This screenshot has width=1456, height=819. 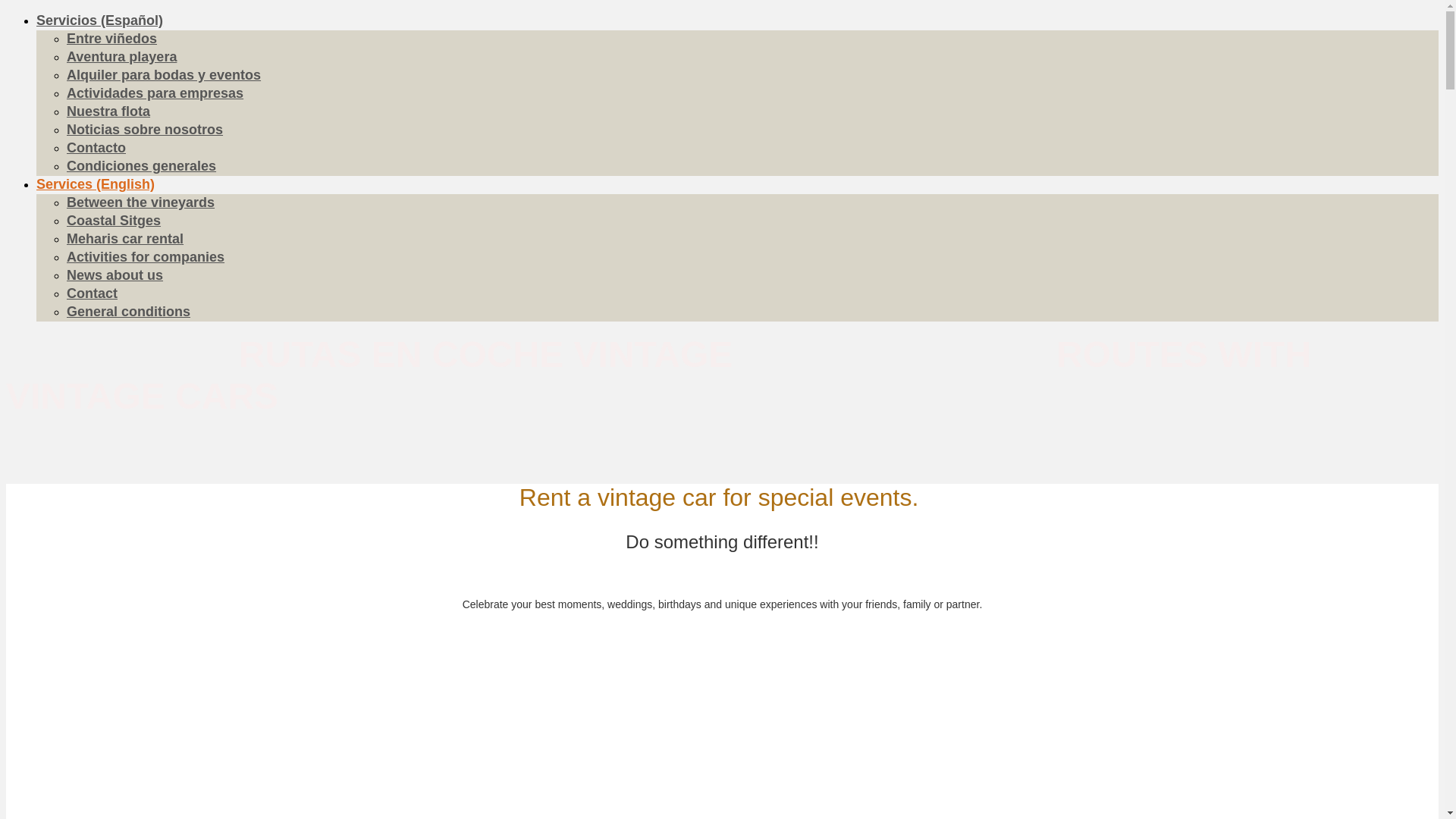 I want to click on 'Activities for companies', so click(x=146, y=256).